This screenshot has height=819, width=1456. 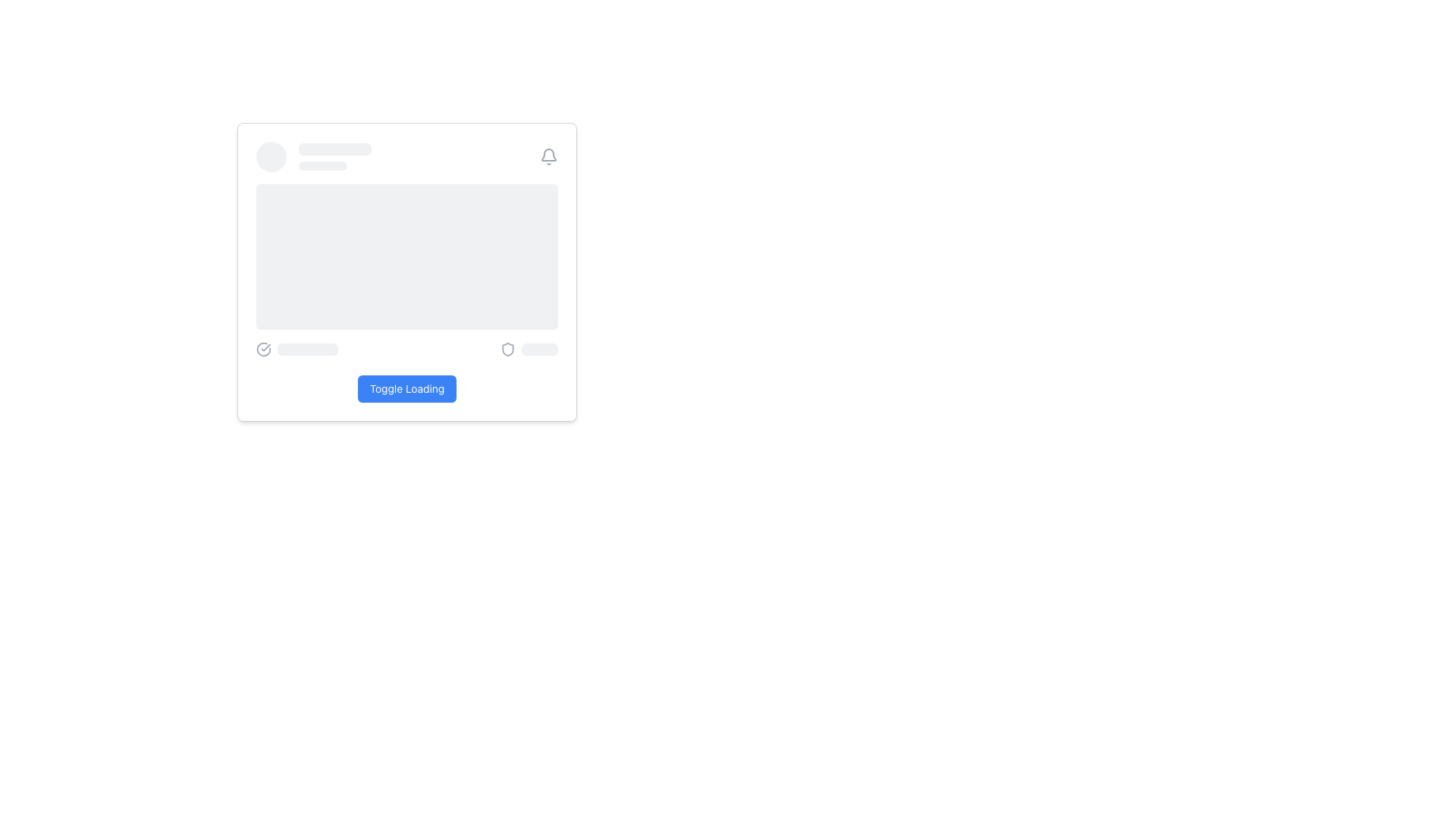 I want to click on the animation of the Placeholder rectangle located to the right of the circular checkmark icon with a light gray outline, so click(x=307, y=350).